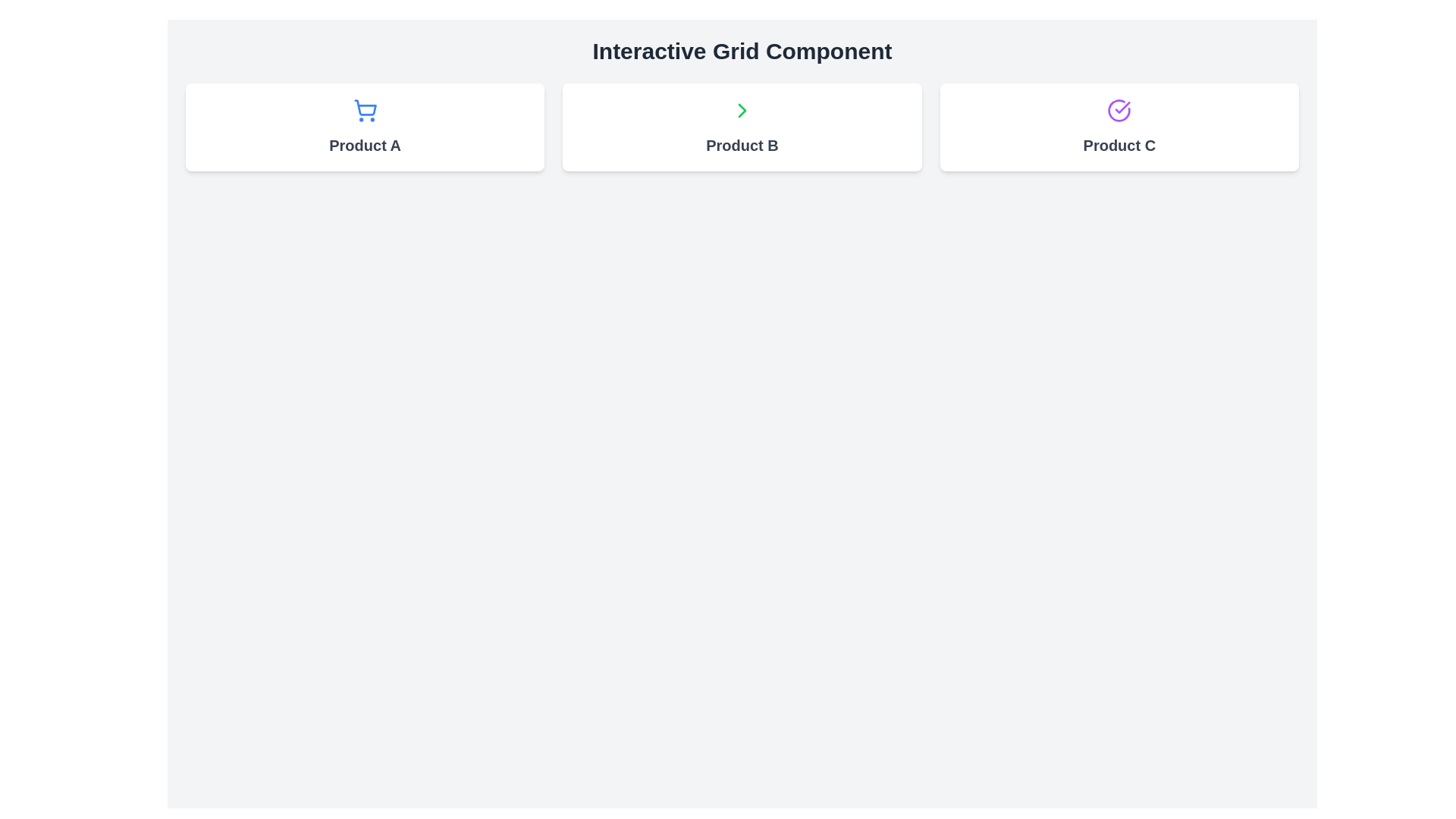  Describe the element at coordinates (742, 110) in the screenshot. I see `the visual indication of the rightward chevron arrow icon within the card labeled 'Product B'` at that location.